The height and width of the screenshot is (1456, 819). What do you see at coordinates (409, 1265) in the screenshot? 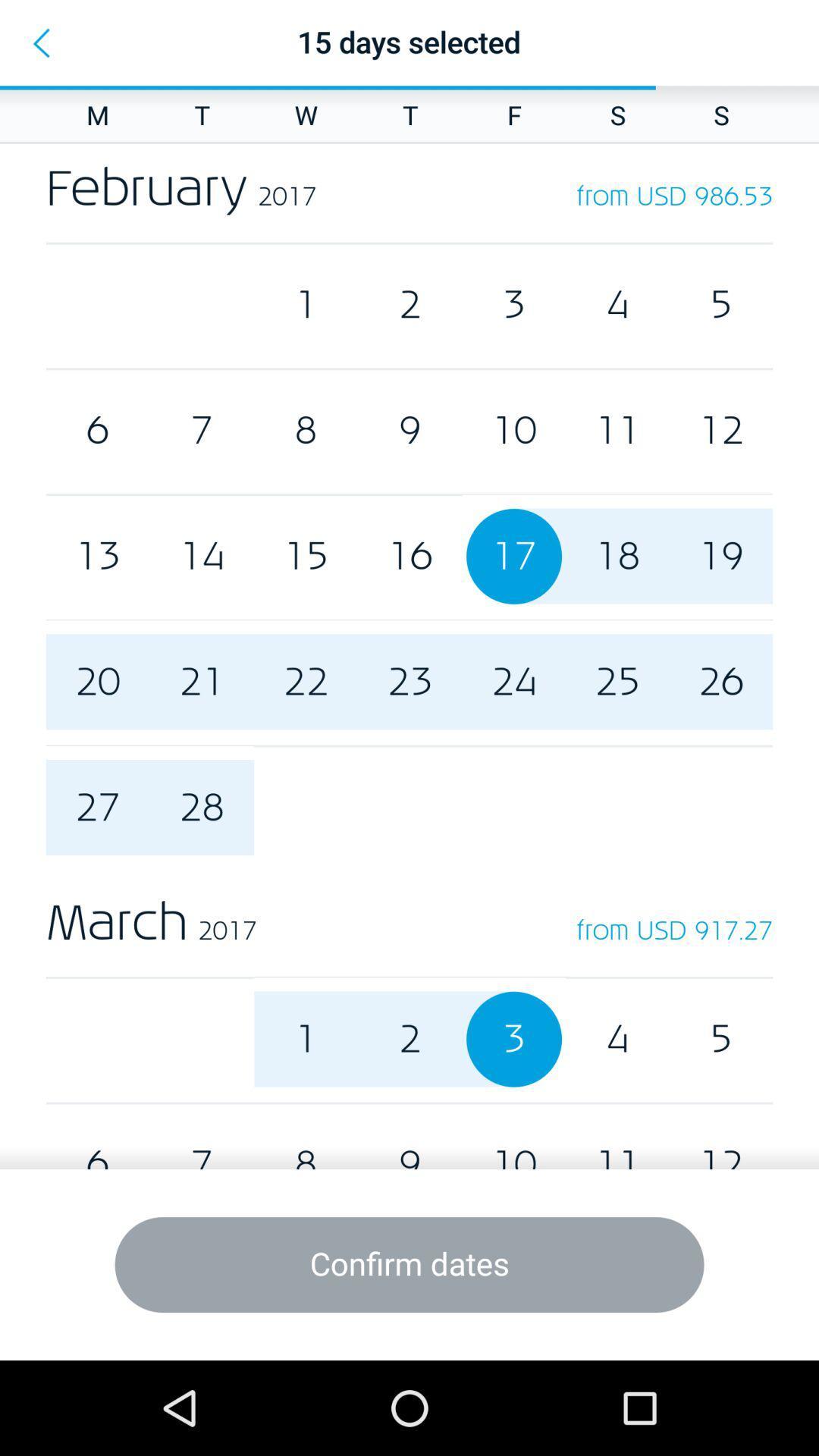
I see `the confirm dates` at bounding box center [409, 1265].